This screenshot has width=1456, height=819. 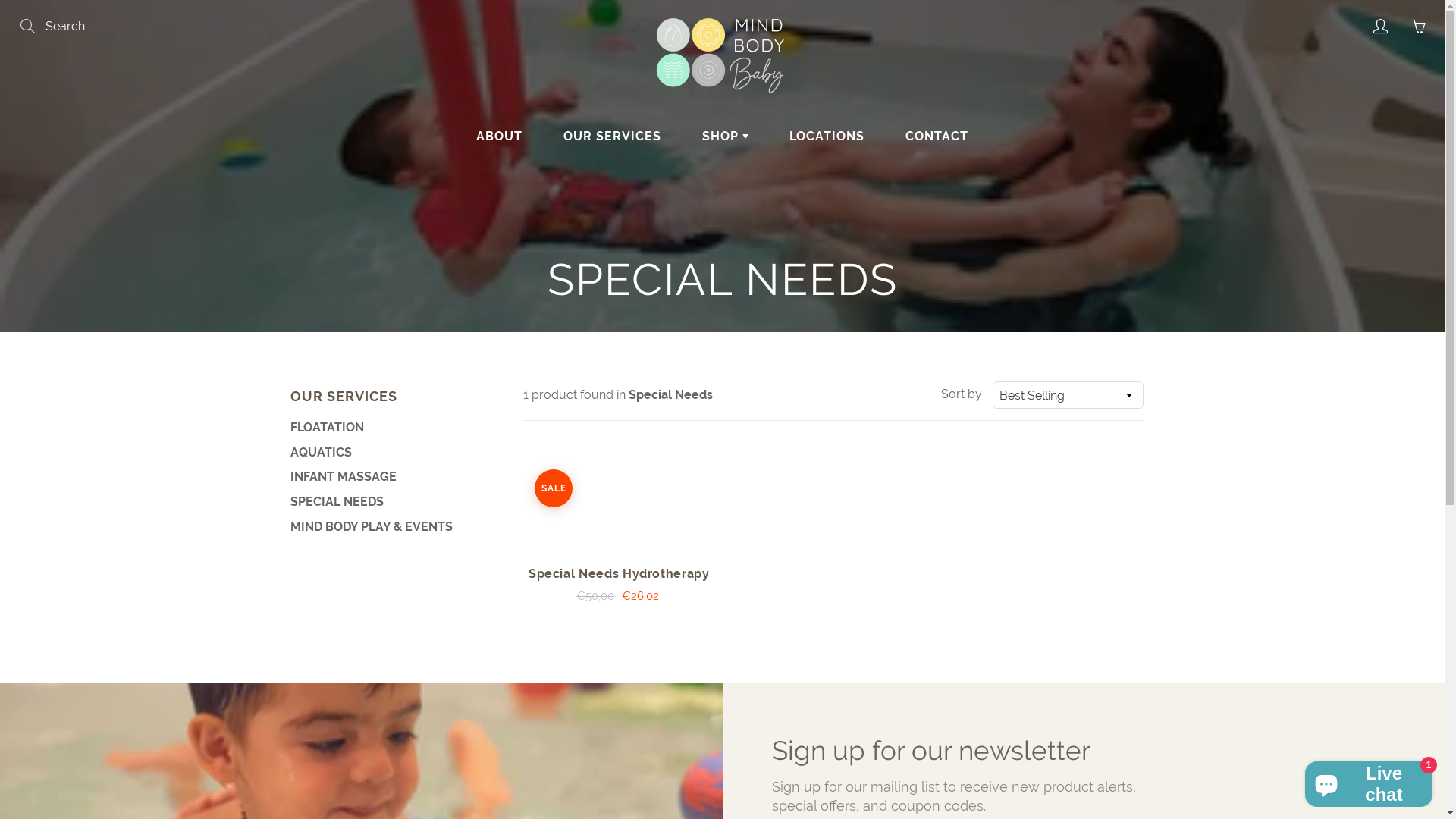 I want to click on 'ABOUT', so click(x=457, y=136).